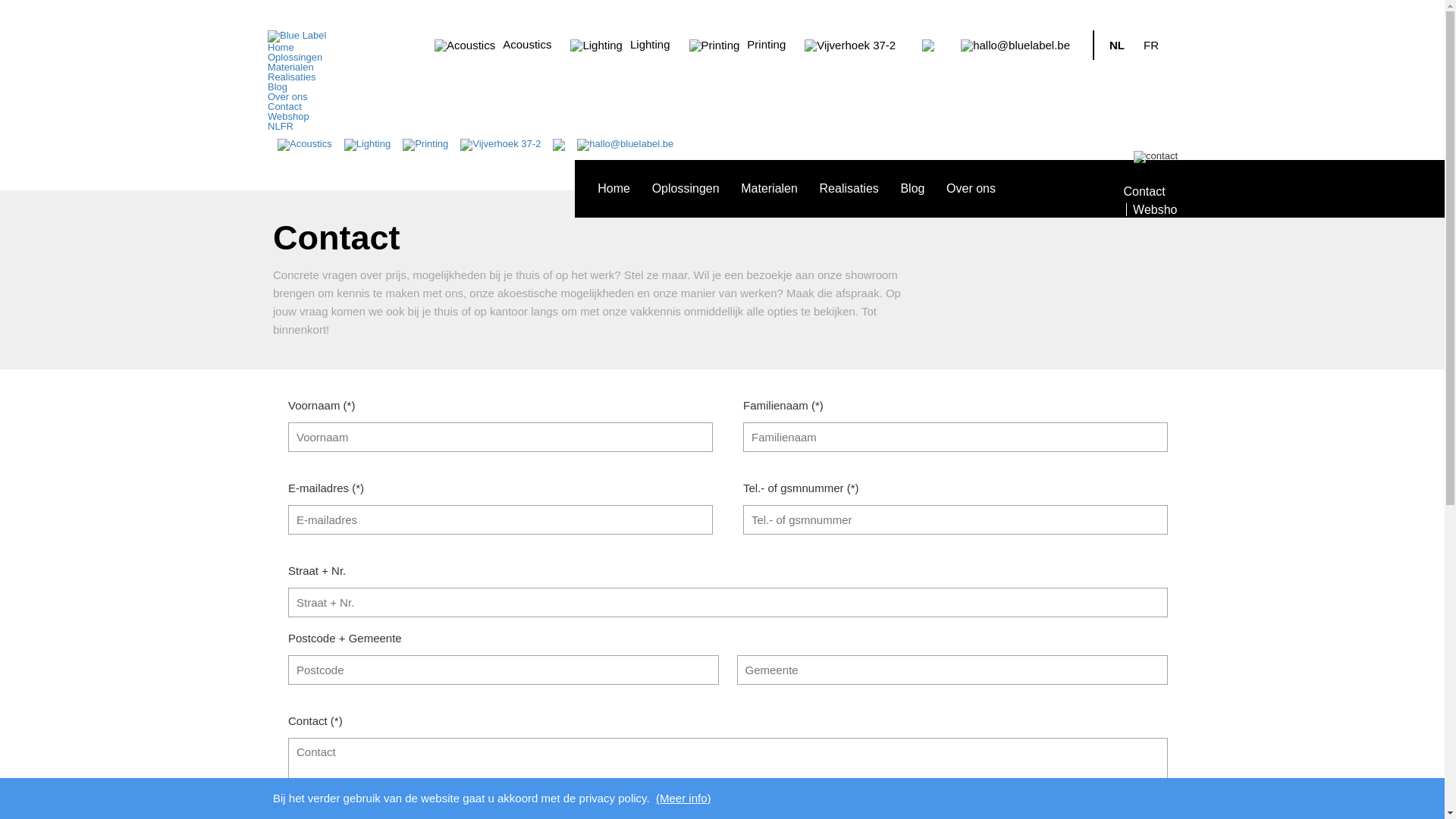  I want to click on 'Home', so click(281, 46).